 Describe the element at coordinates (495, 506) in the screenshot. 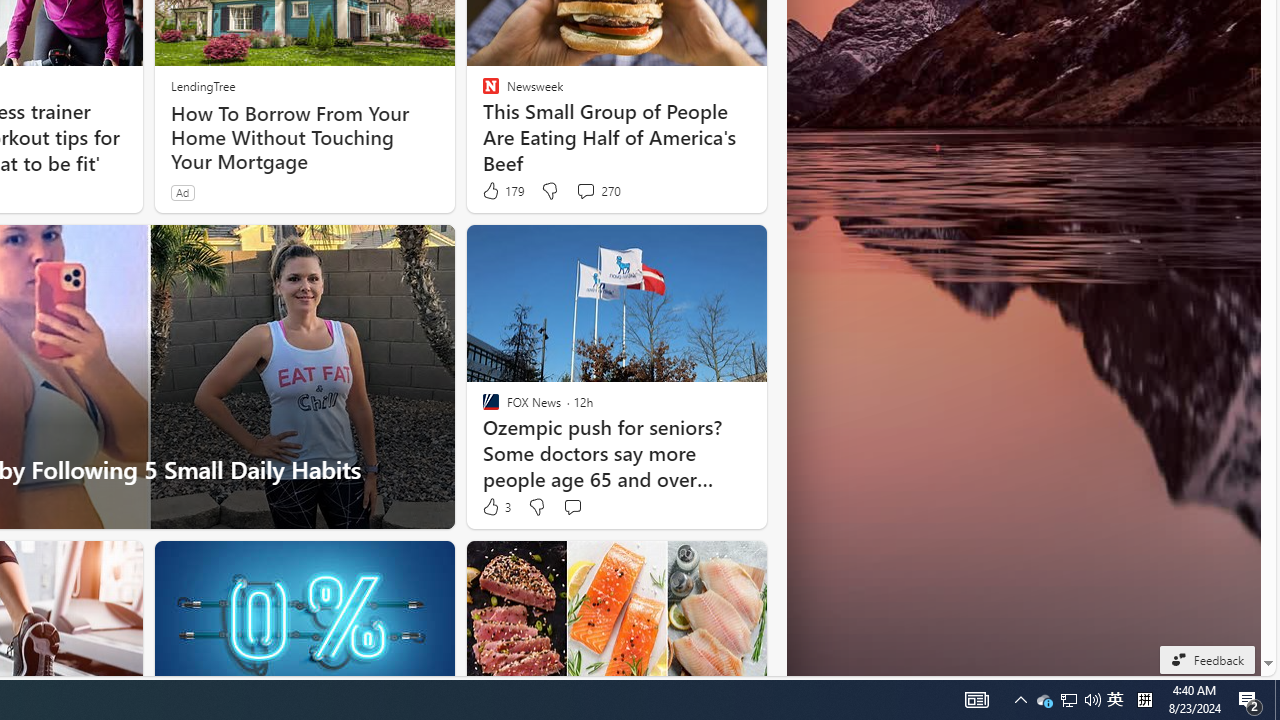

I see `'3 Like'` at that location.